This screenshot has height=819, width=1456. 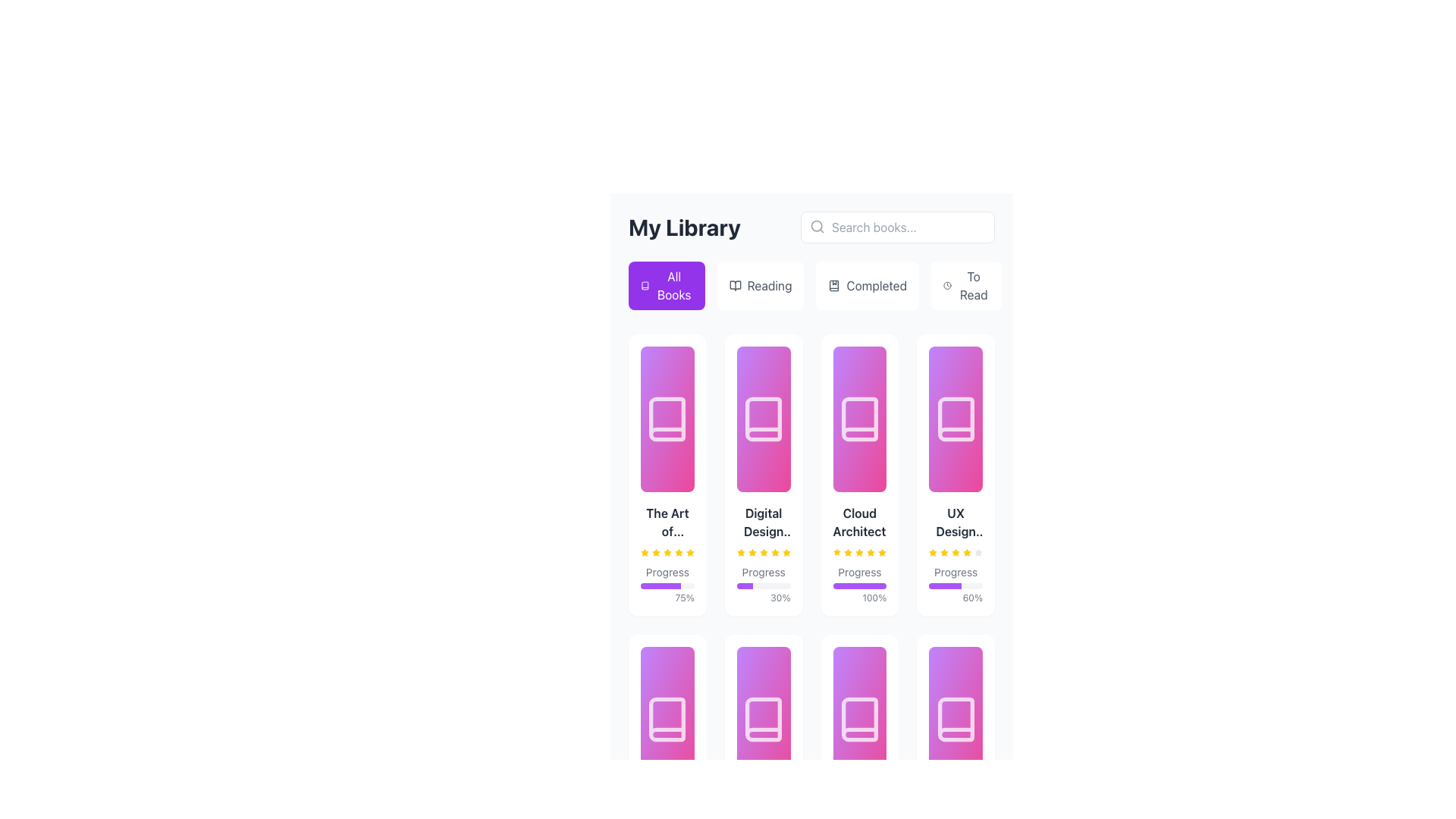 I want to click on progress bar, so click(x=676, y=585).